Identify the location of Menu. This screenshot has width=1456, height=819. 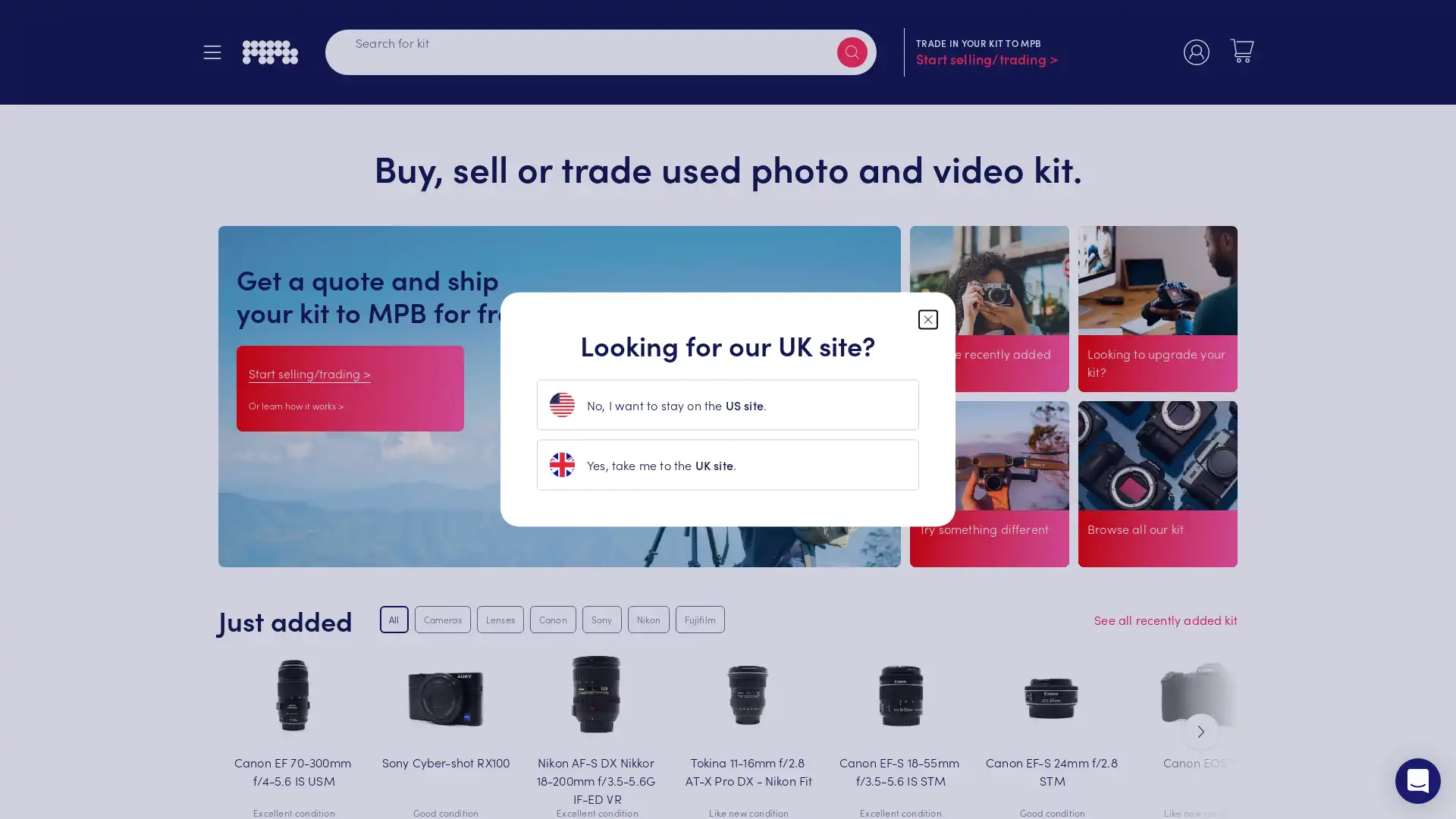
(218, 54).